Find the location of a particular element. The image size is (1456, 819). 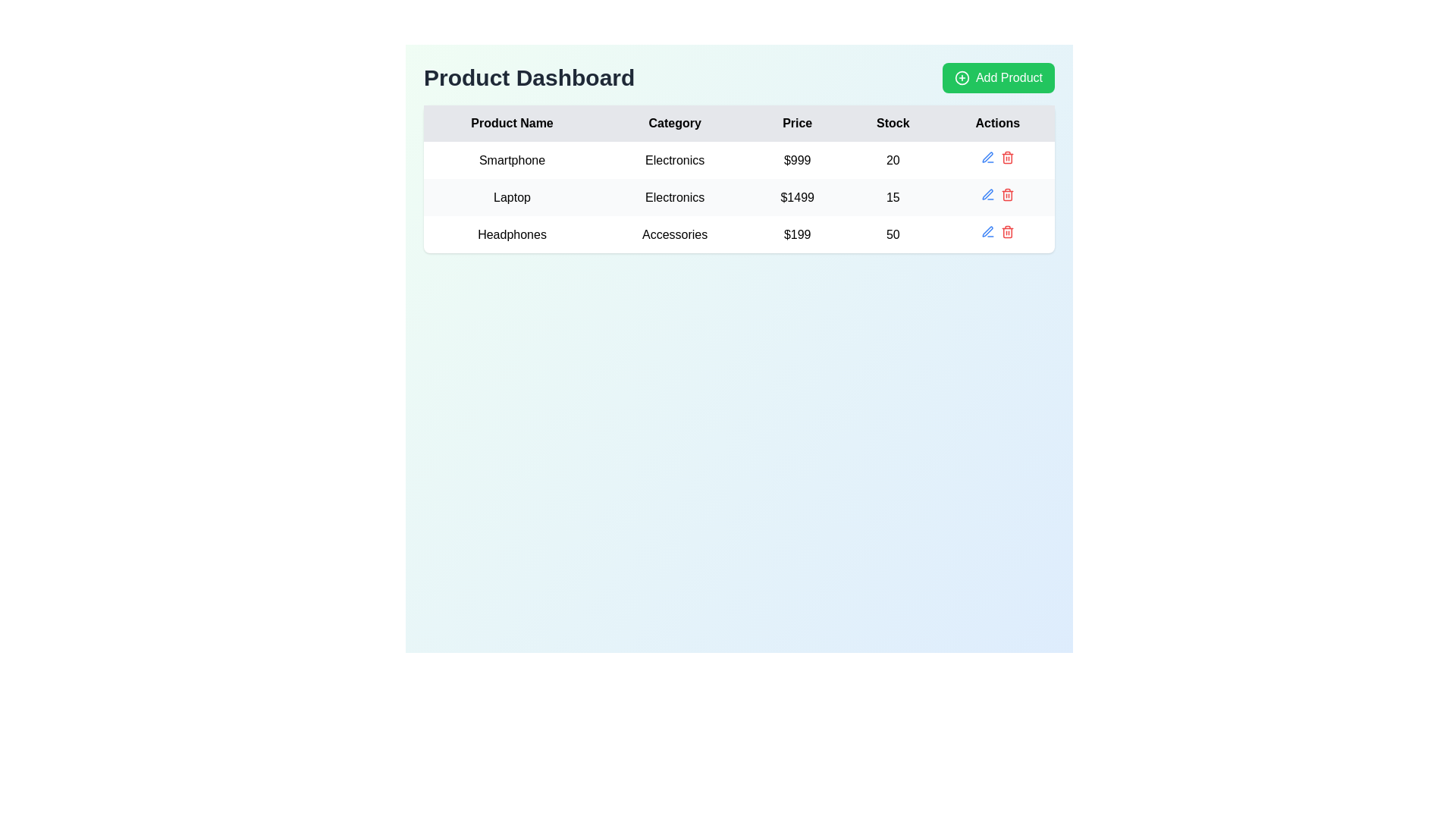

the Graphical Circle that visually represents the 'Add Product' button, located in the top right corner of the workspace is located at coordinates (961, 78).